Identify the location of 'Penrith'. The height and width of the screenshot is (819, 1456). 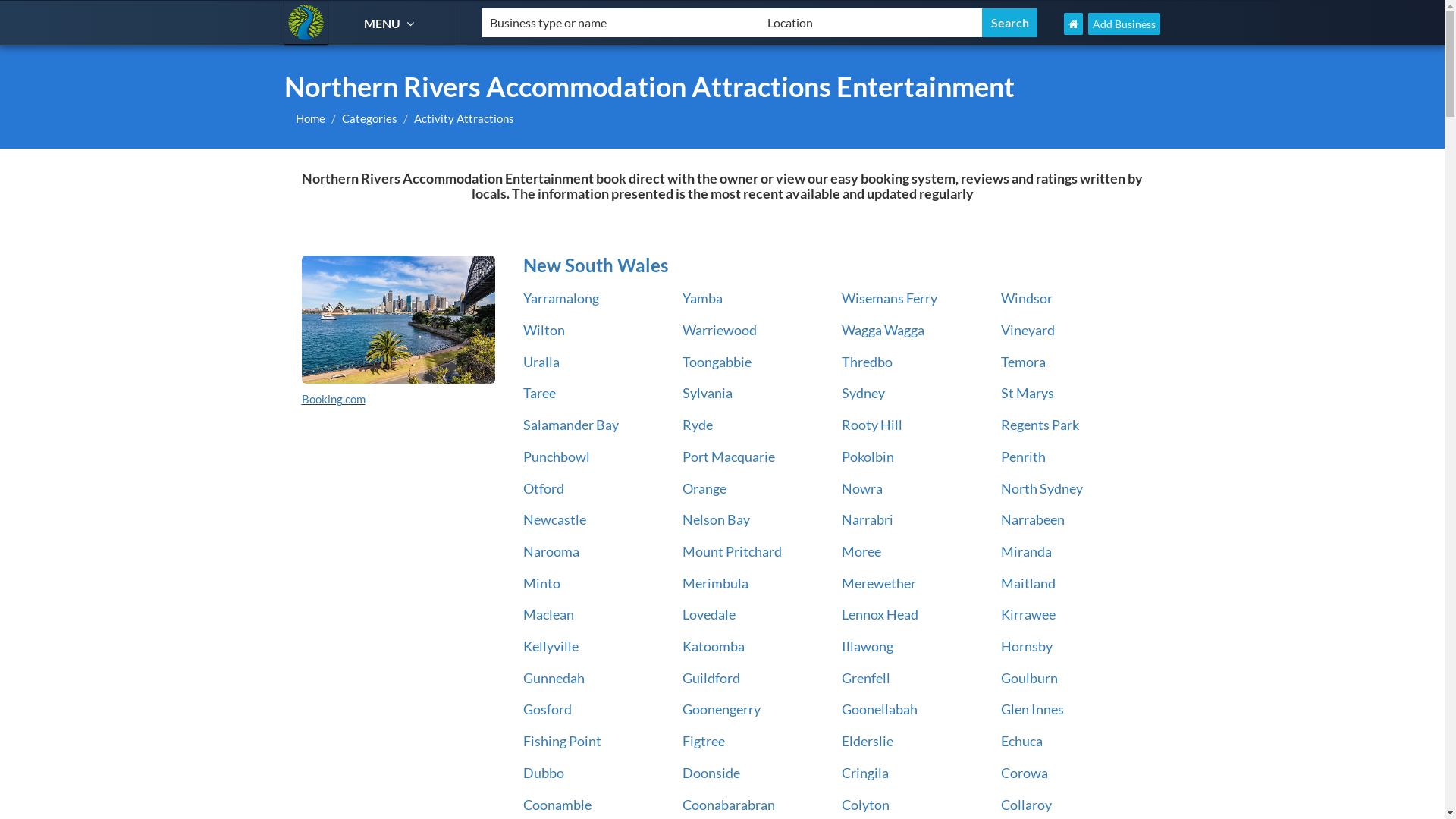
(1001, 455).